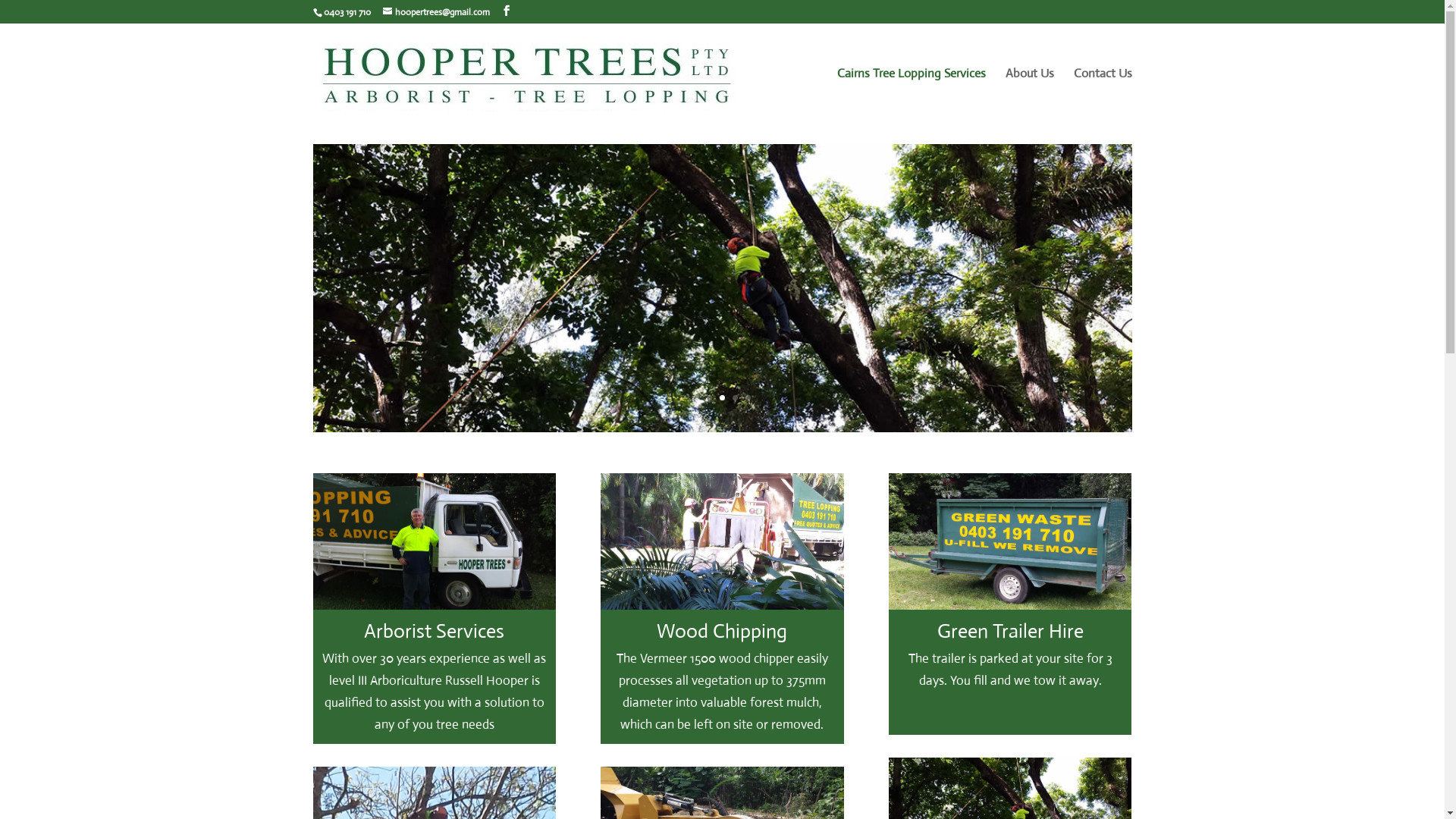 This screenshot has height=819, width=1456. I want to click on '2', so click(708, 397).